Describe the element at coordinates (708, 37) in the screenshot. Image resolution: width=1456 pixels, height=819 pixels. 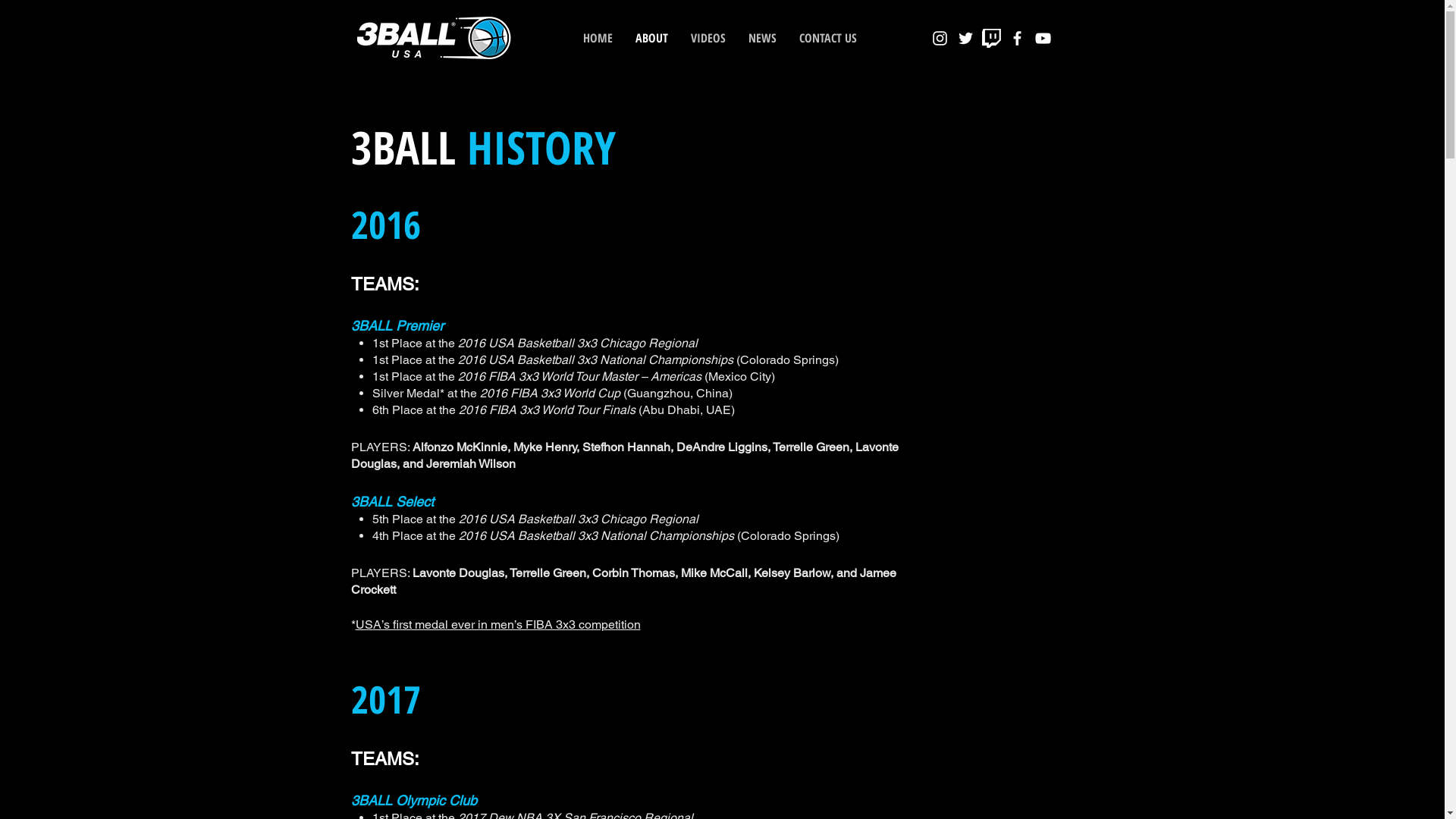
I see `'VIDEOS'` at that location.